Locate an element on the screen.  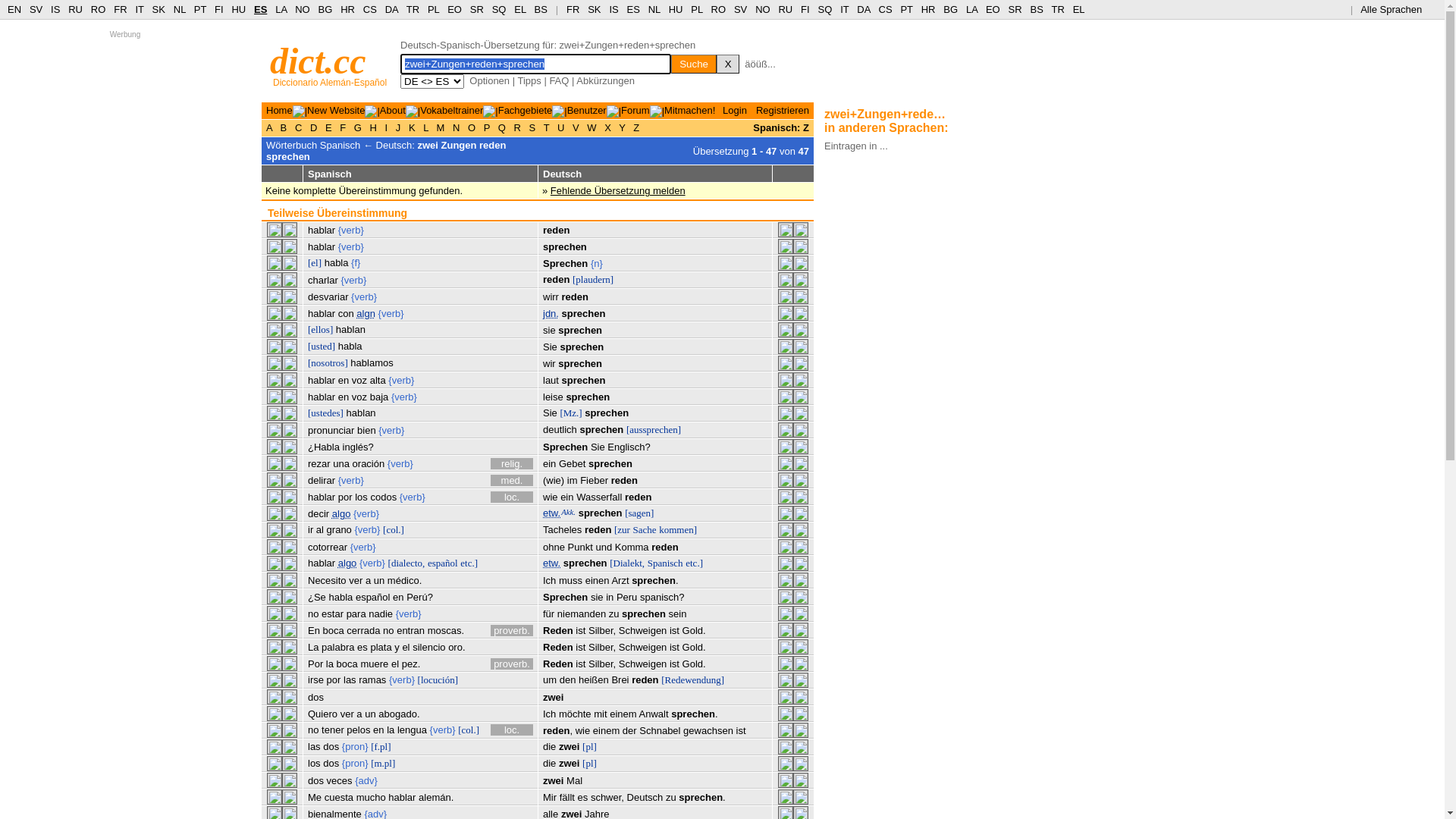
'PT' is located at coordinates (906, 9).